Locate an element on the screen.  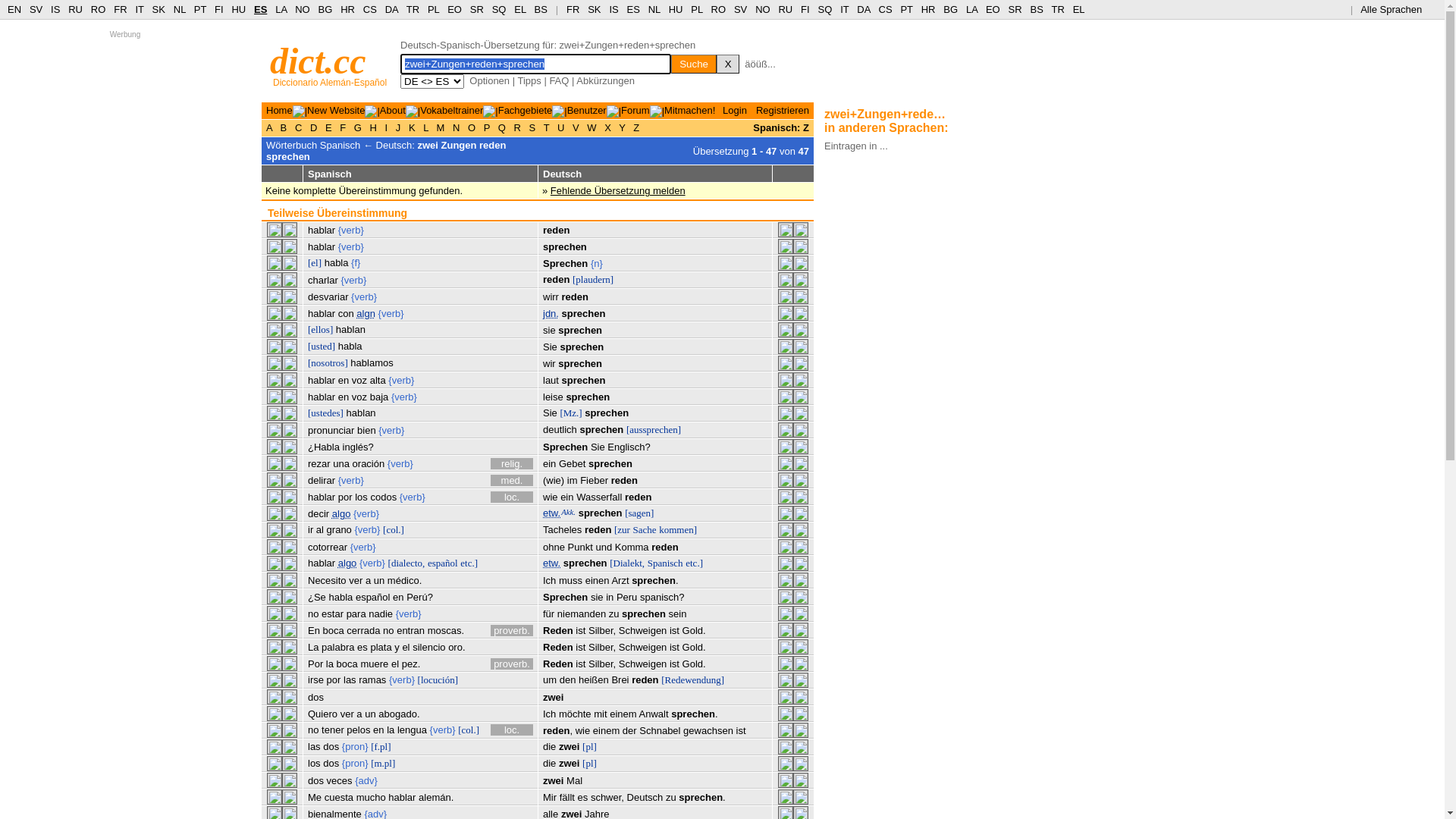
'PT' is located at coordinates (906, 9).